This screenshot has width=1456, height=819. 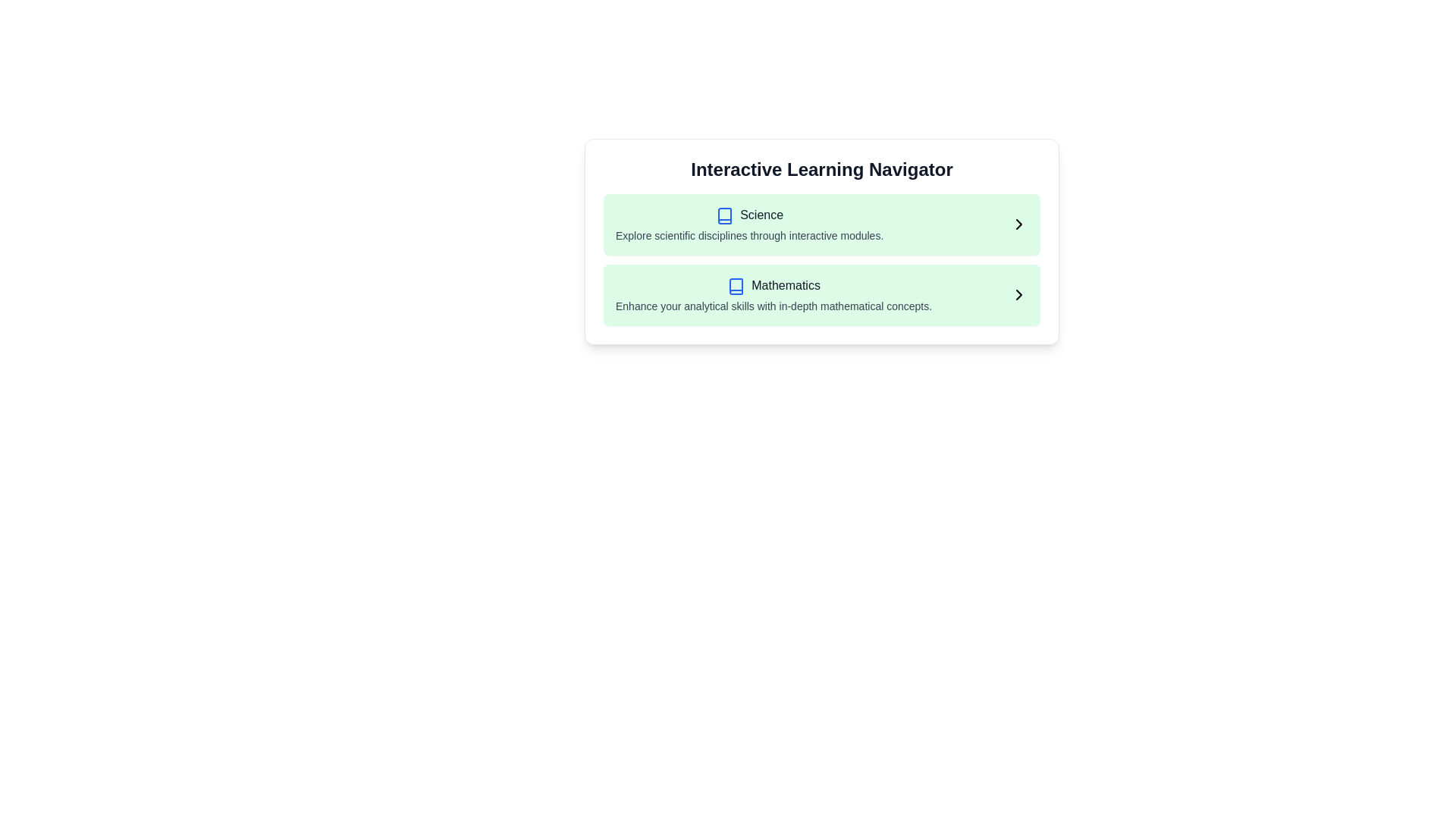 What do you see at coordinates (724, 215) in the screenshot?
I see `the small graphical icon resembling a book` at bounding box center [724, 215].